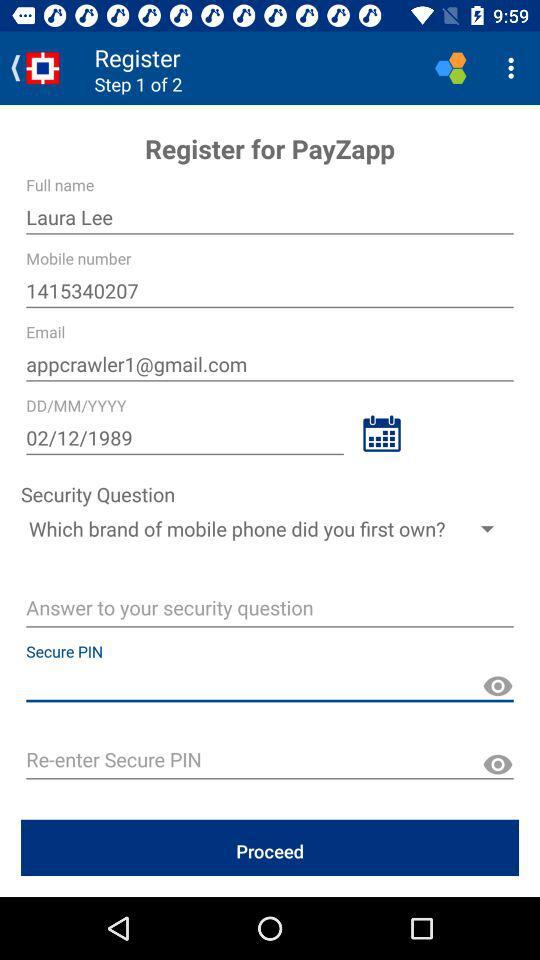  Describe the element at coordinates (270, 761) in the screenshot. I see `space to type pin again along with show what is typing symbol on right` at that location.